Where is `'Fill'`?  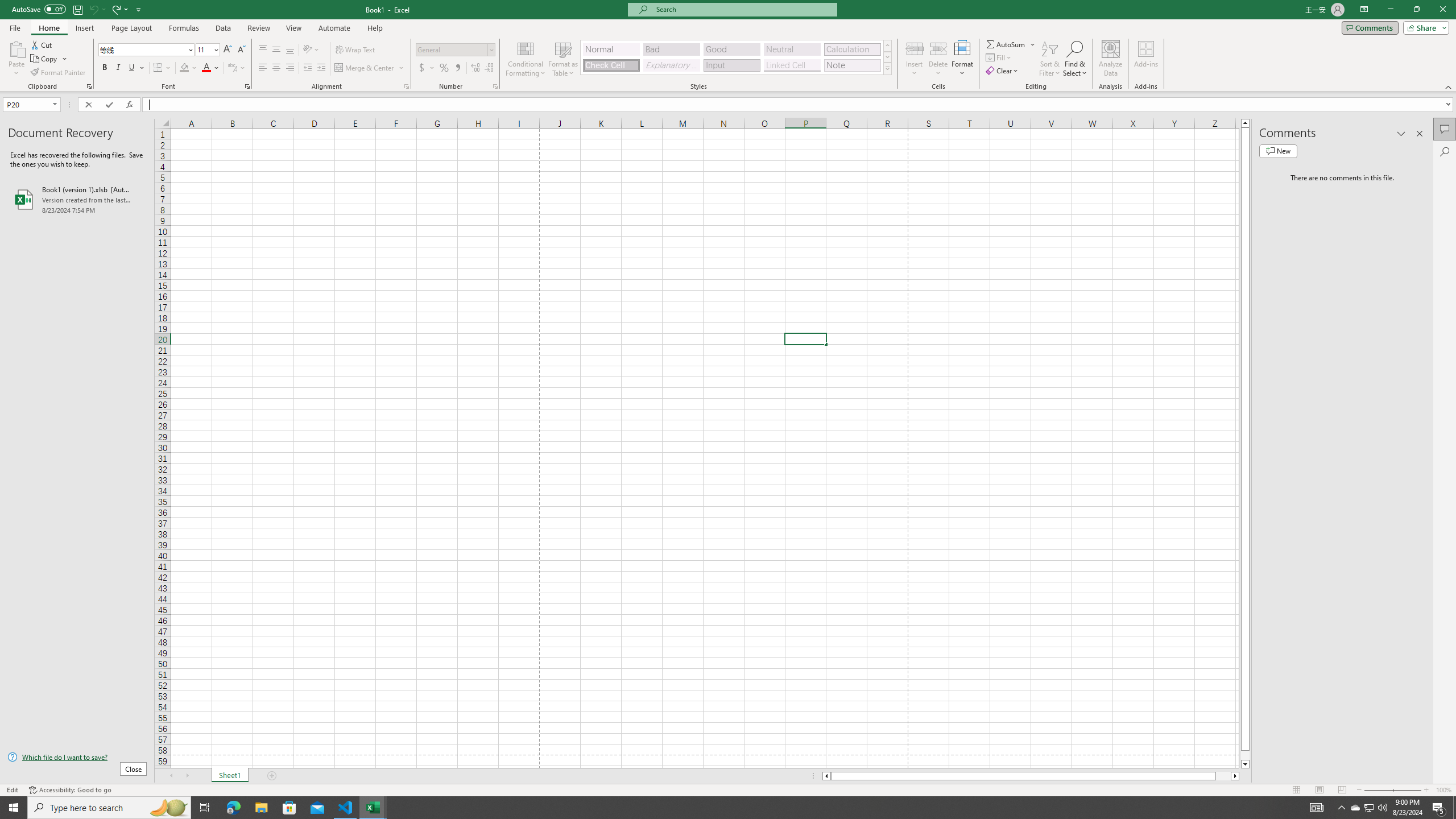 'Fill' is located at coordinates (999, 56).